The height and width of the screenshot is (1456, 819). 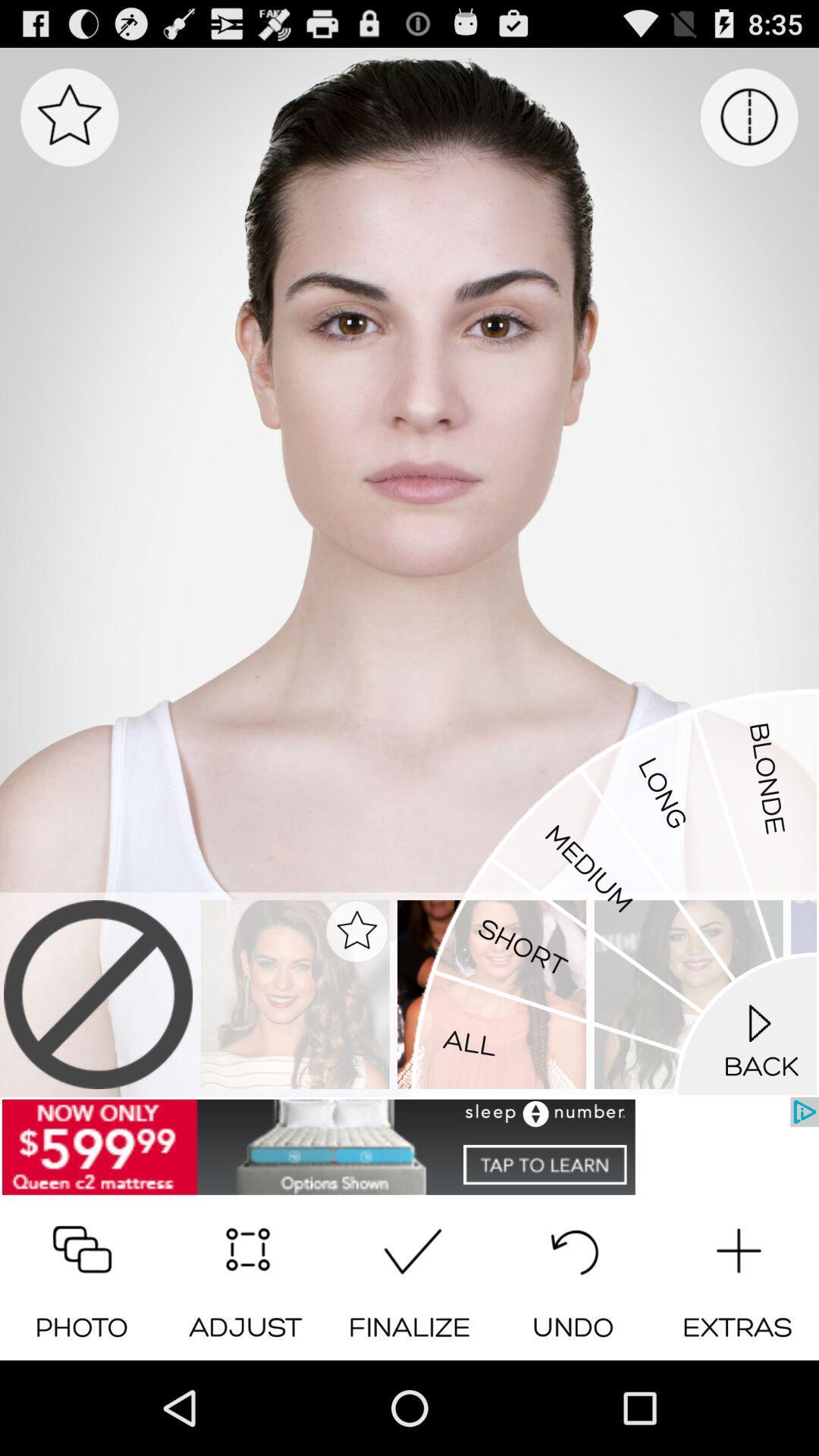 What do you see at coordinates (614, 892) in the screenshot?
I see `item on the right` at bounding box center [614, 892].